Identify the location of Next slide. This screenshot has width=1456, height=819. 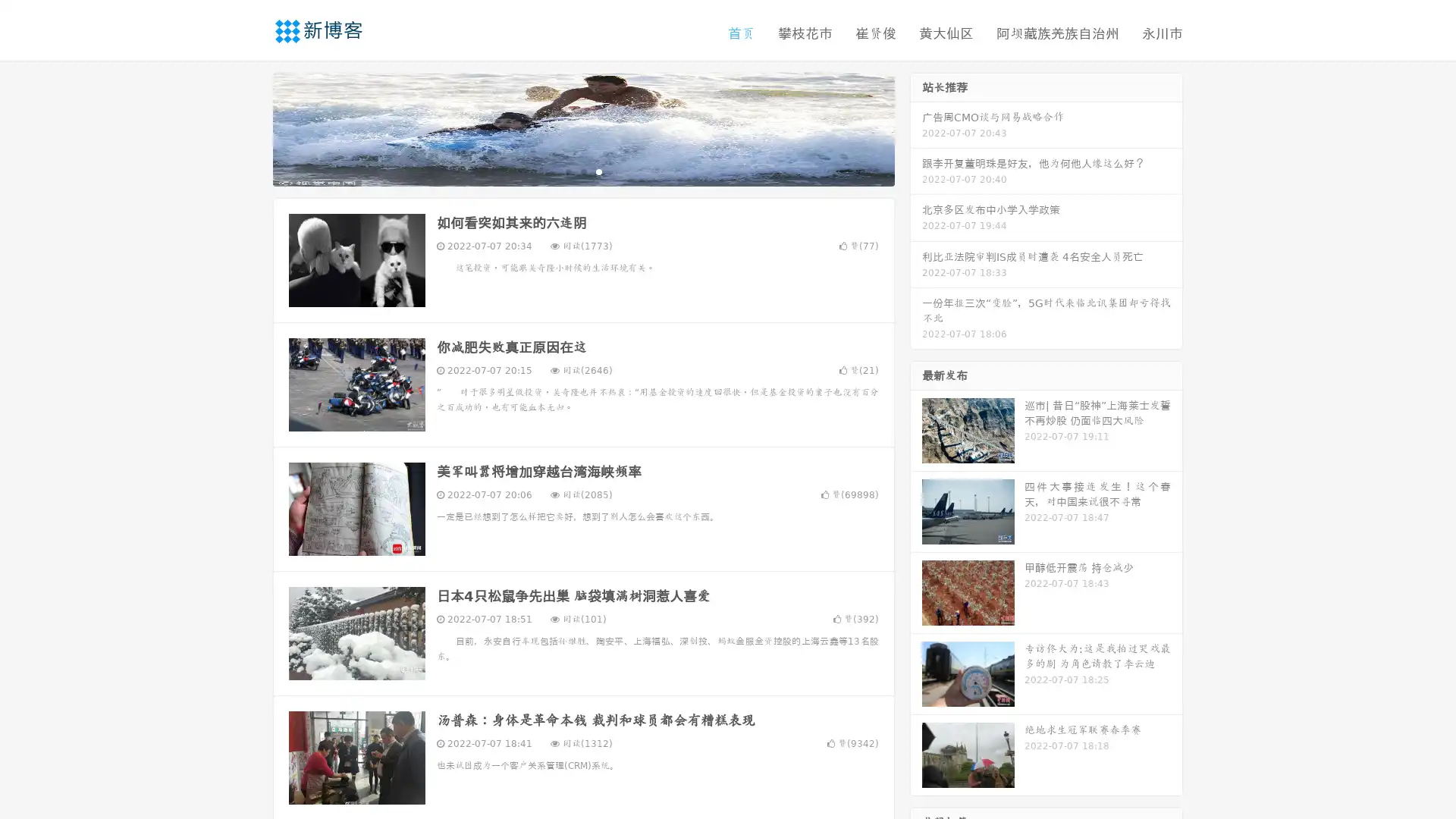
(916, 127).